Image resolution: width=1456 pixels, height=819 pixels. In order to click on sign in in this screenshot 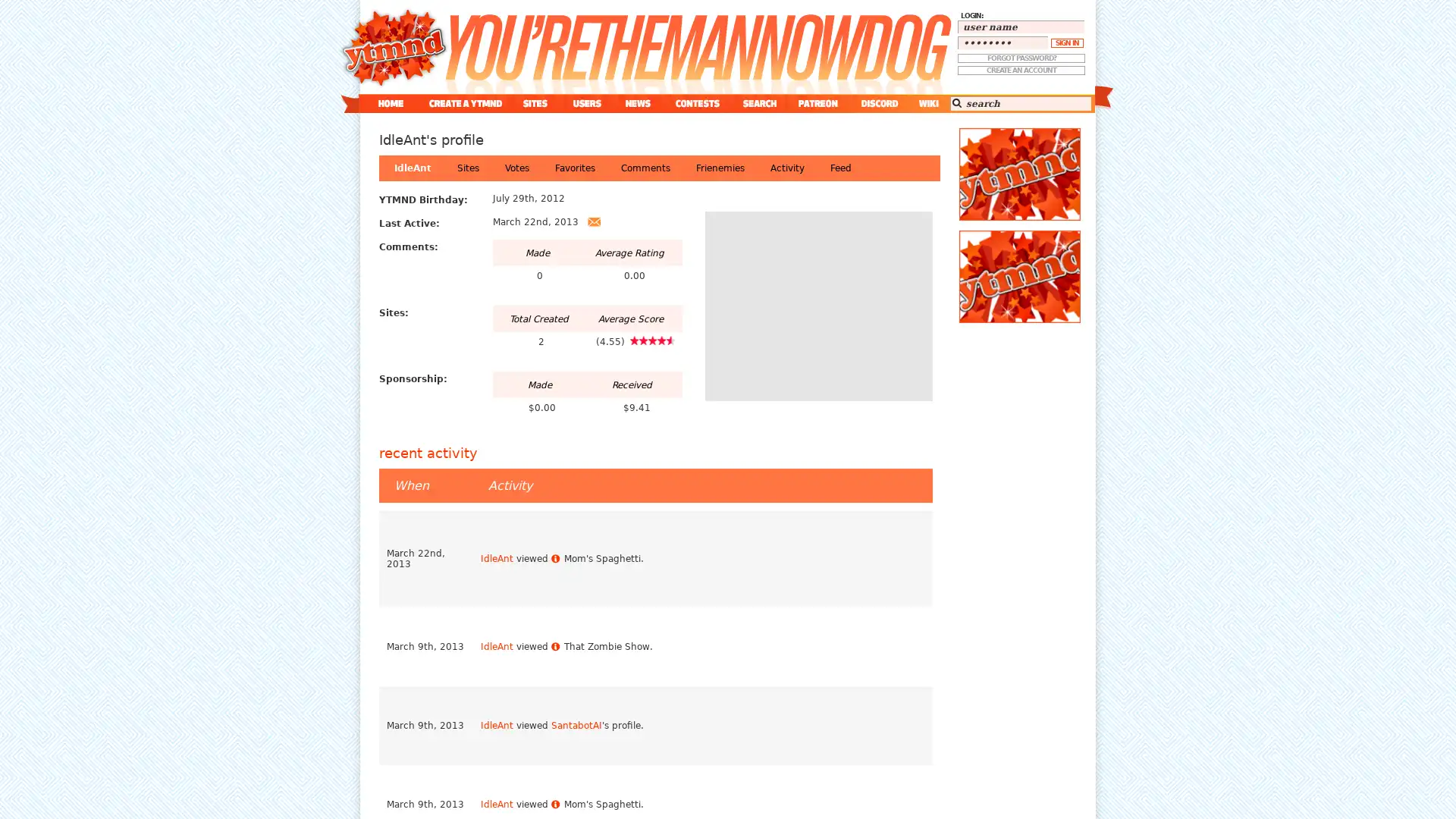, I will do `click(1066, 42)`.